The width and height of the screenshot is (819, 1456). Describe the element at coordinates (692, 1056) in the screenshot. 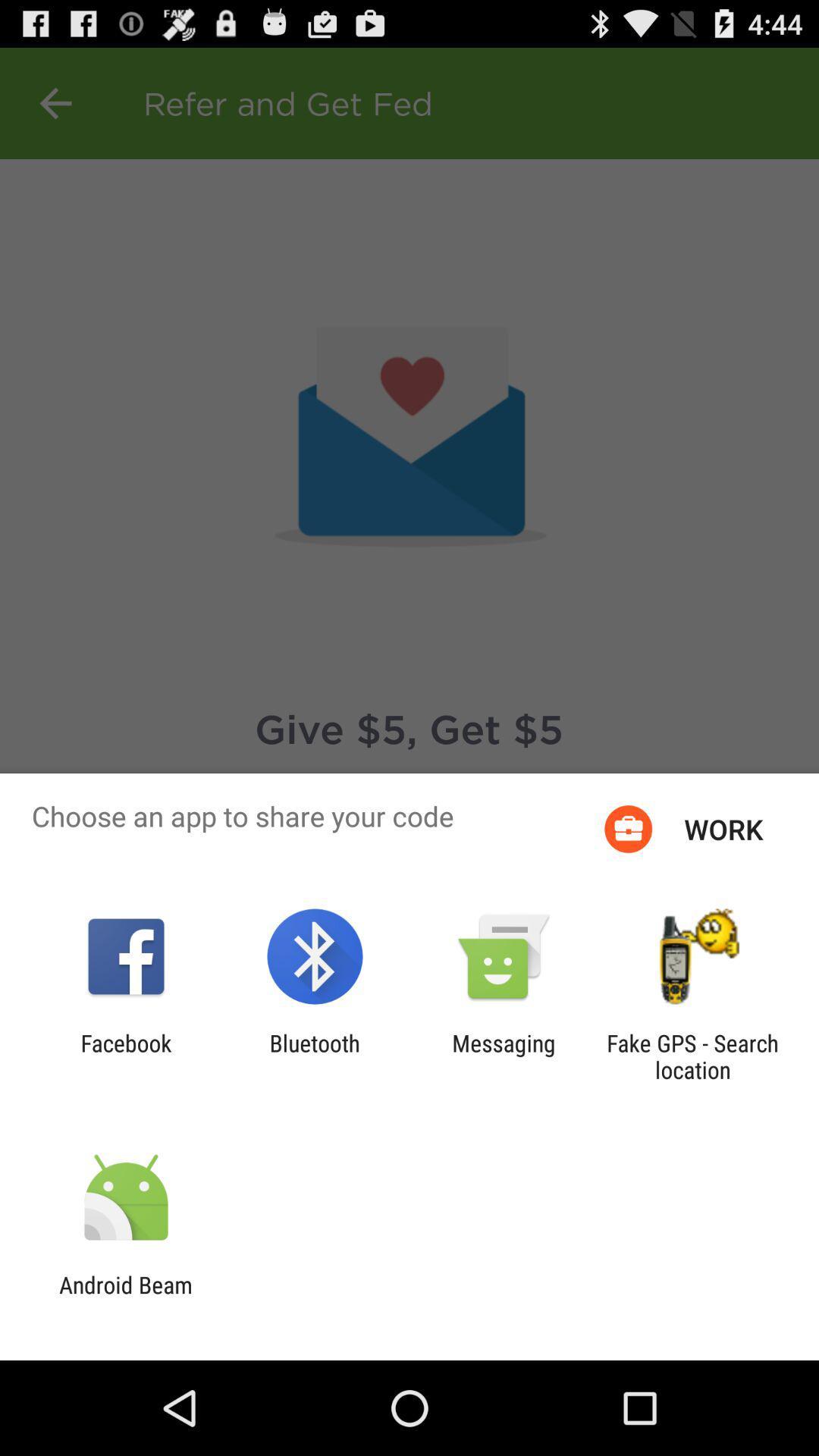

I see `the icon to the right of messaging` at that location.